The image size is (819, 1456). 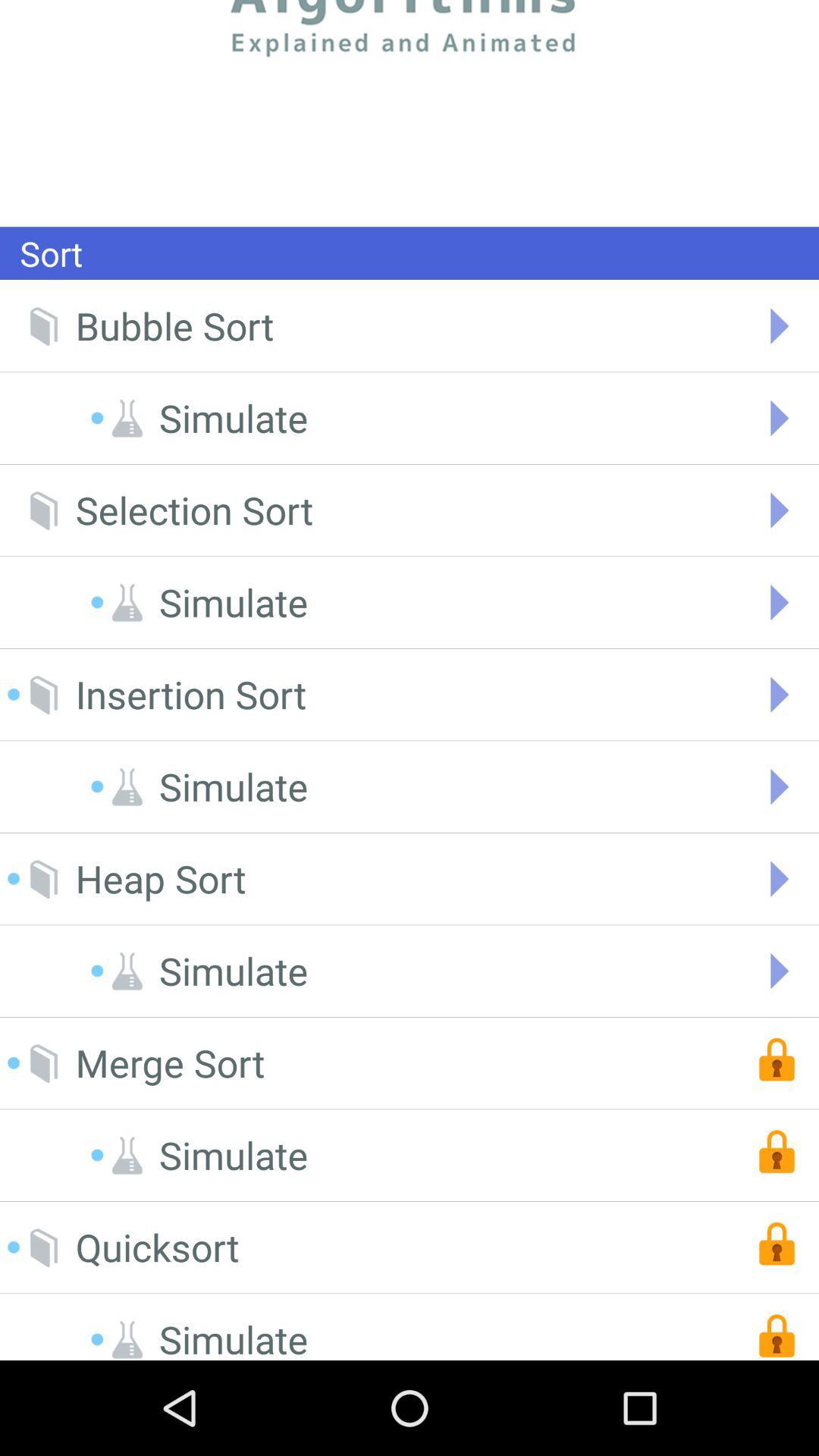 I want to click on icon below the sort item, so click(x=174, y=325).